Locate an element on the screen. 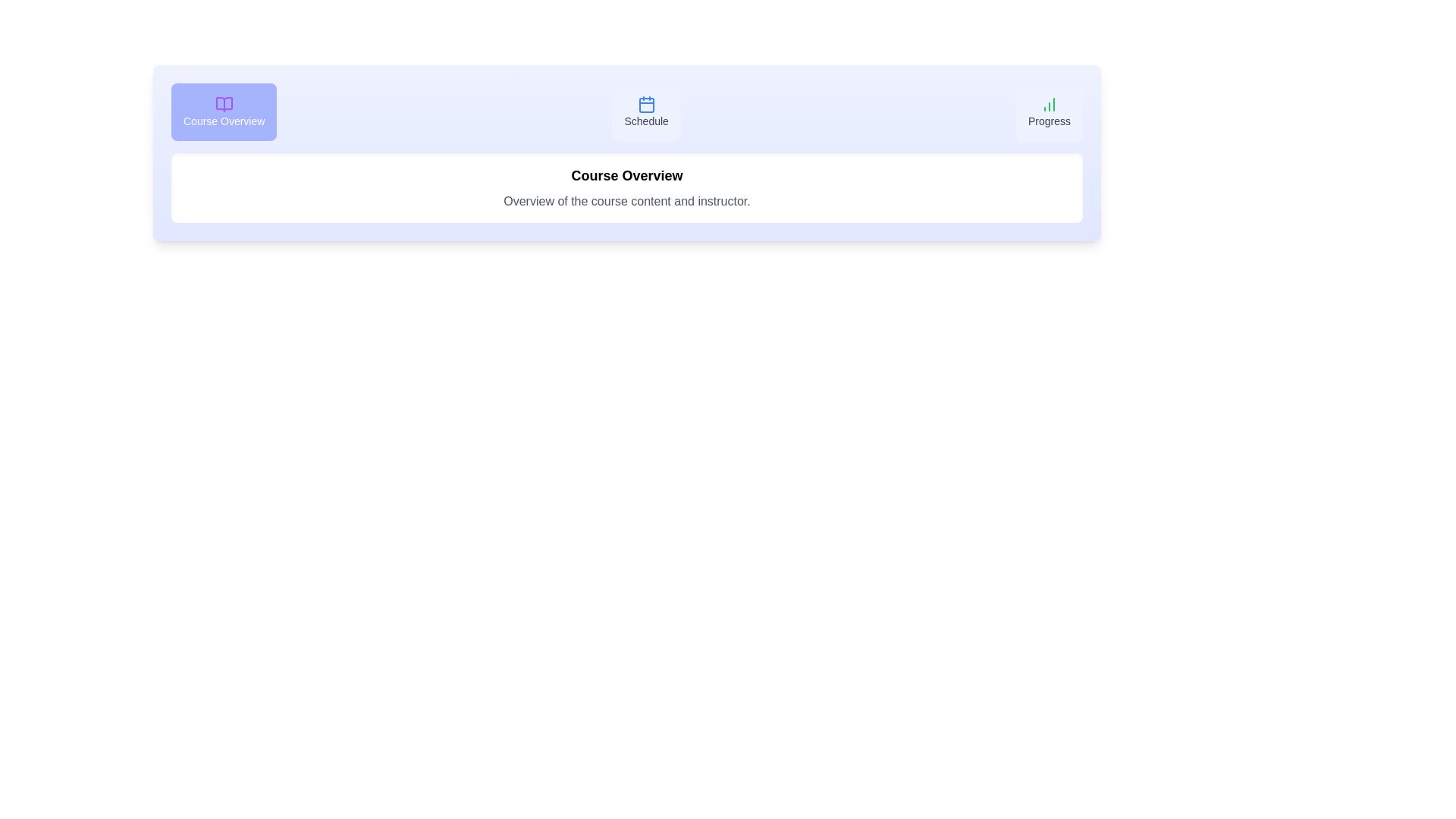  the tab labeled Progress to view its content is located at coordinates (1048, 111).